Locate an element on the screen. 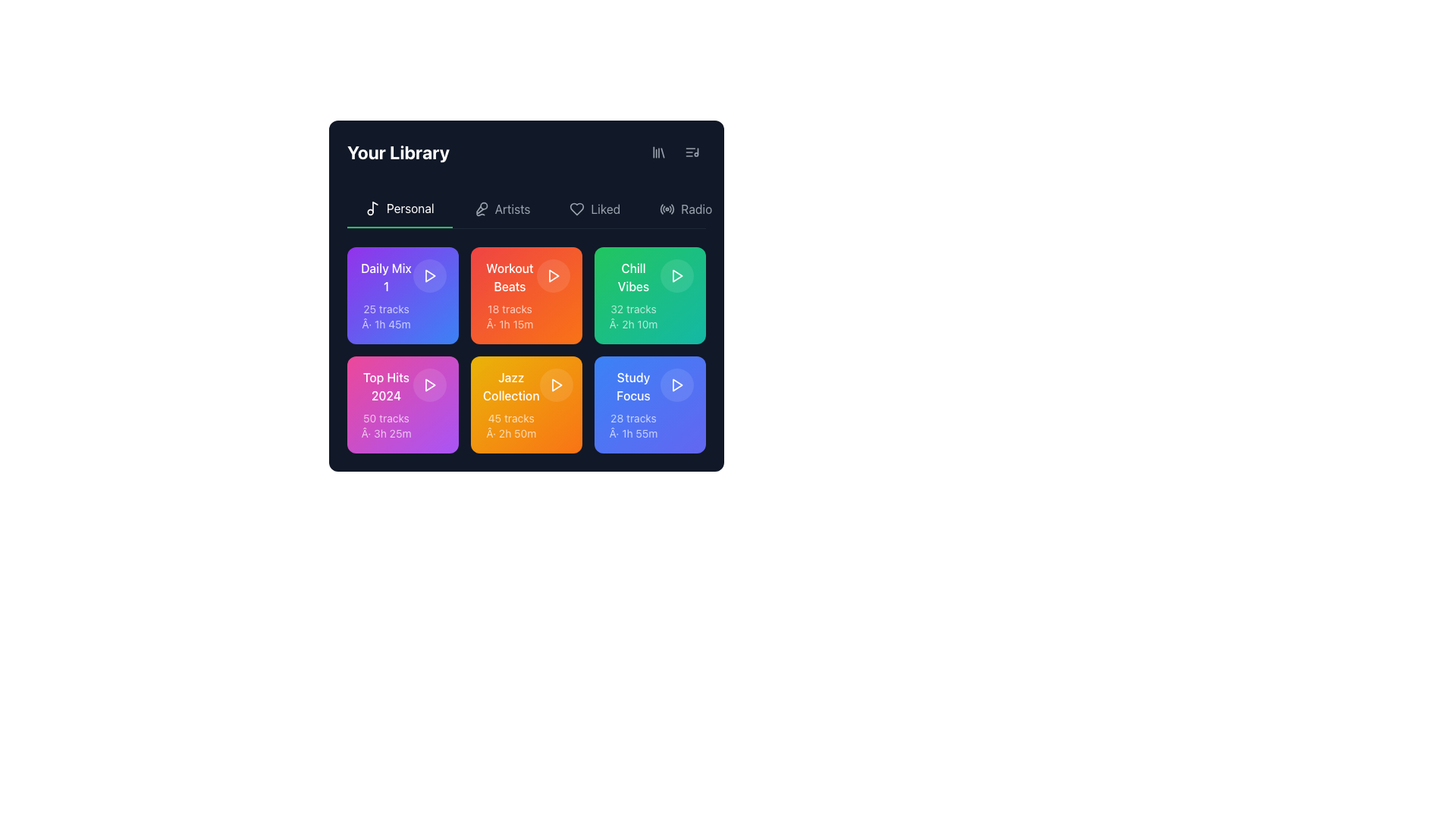 Image resolution: width=1456 pixels, height=819 pixels. the Text label located at the bottom of the 'Jazz Collection' card, which summarizes the number of tracks and total duration of the playlist is located at coordinates (511, 426).